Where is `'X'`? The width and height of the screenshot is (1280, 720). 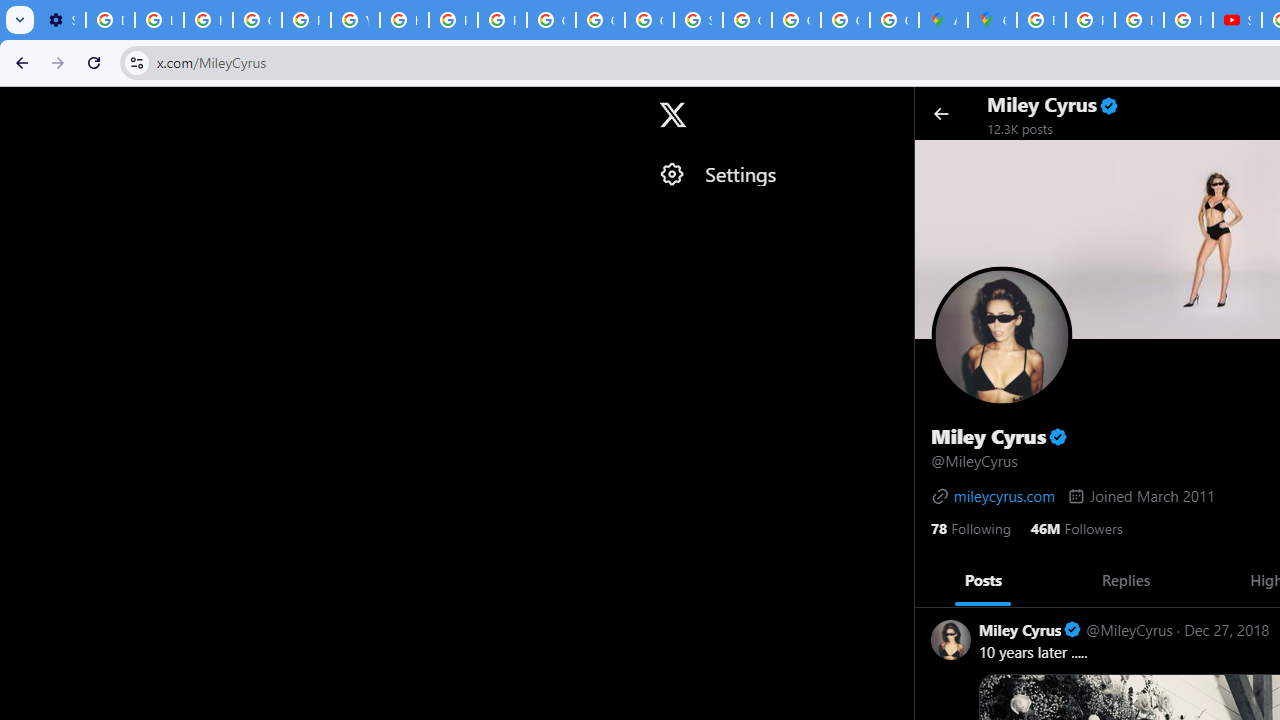
'X' is located at coordinates (672, 115).